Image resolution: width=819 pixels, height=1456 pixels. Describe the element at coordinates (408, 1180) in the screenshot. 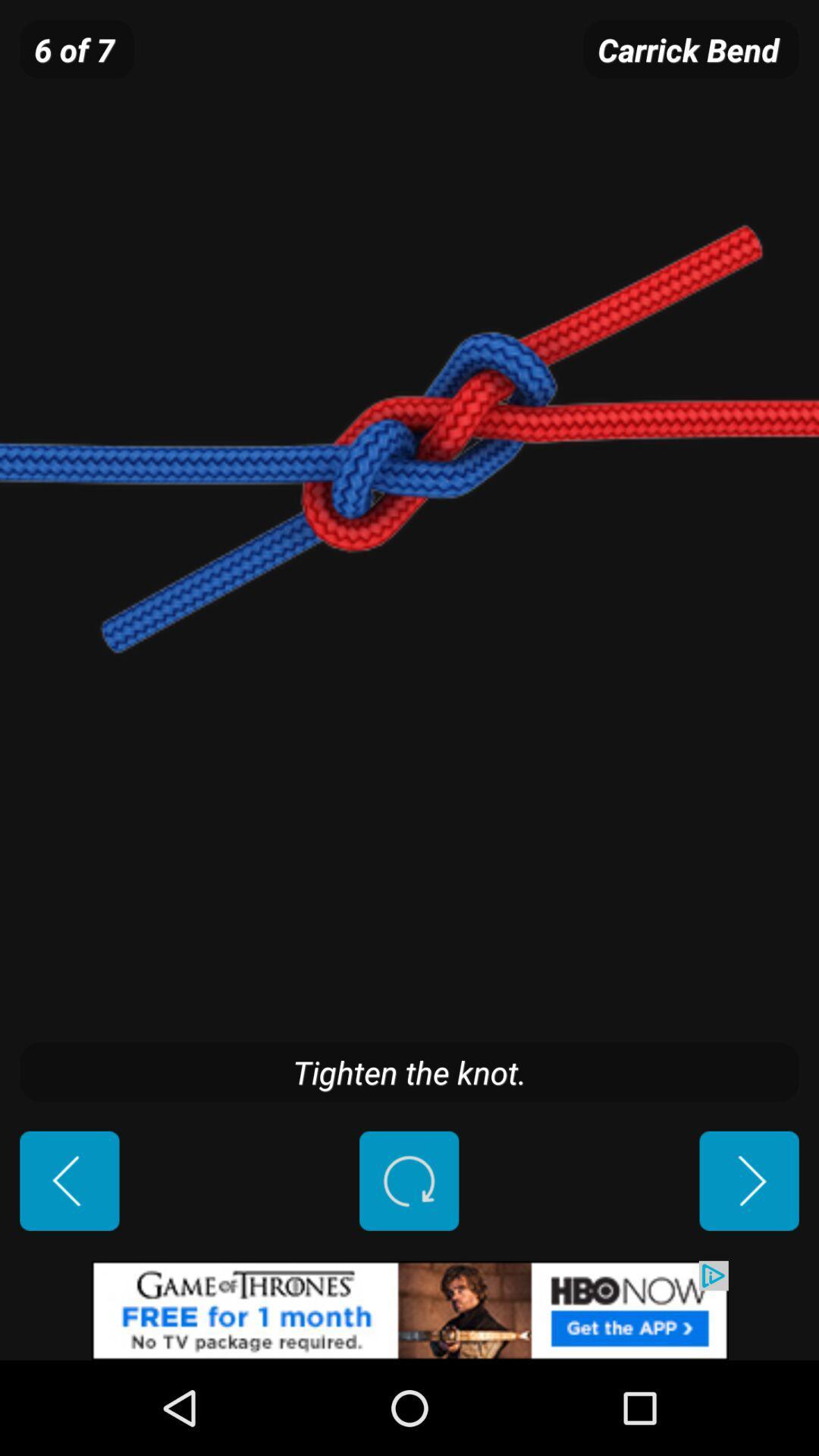

I see `refresh` at that location.